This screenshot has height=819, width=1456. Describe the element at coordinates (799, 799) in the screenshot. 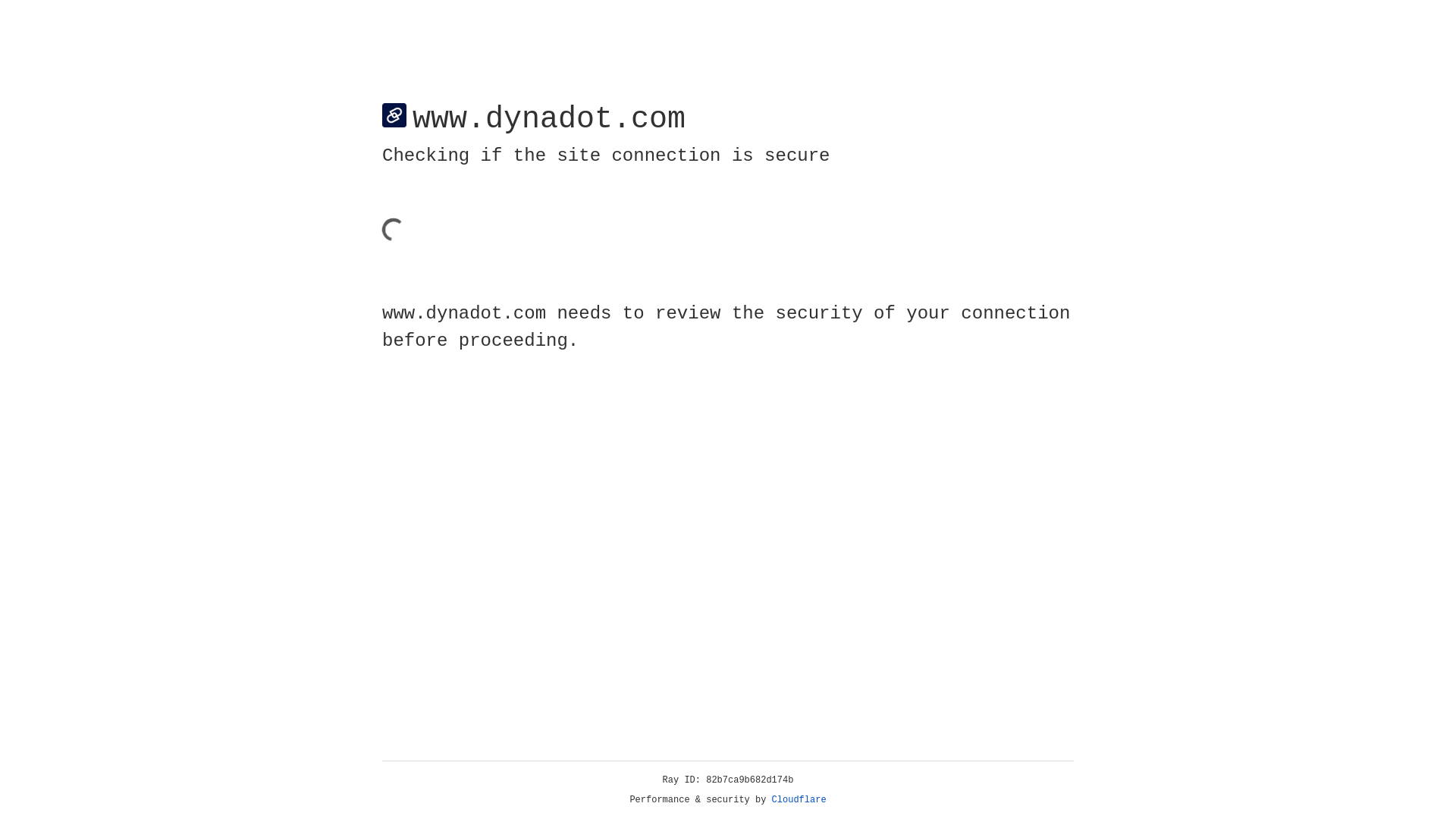

I see `'Cloudflare'` at that location.